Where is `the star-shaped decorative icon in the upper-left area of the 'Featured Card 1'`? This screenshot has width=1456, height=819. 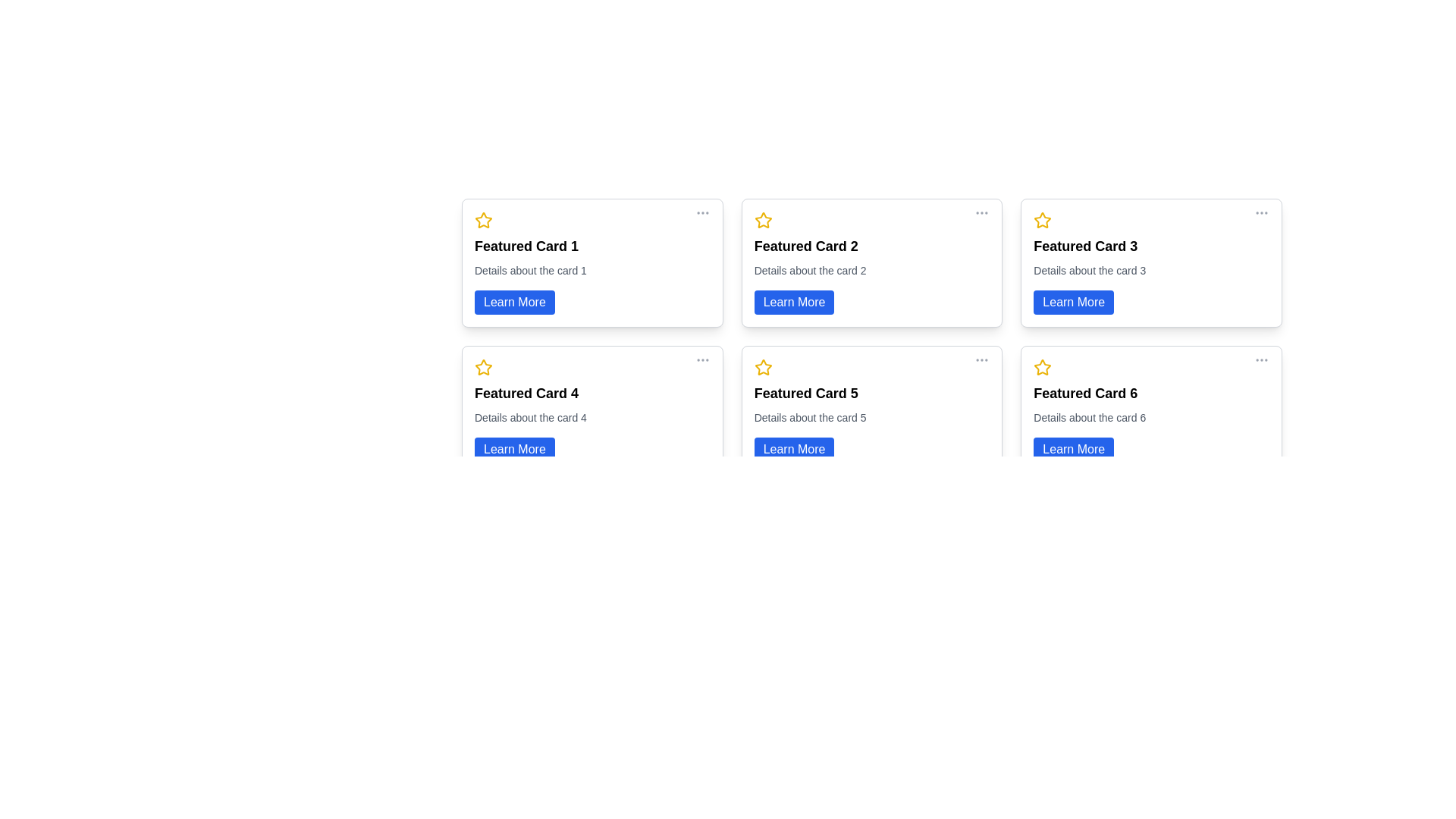 the star-shaped decorative icon in the upper-left area of the 'Featured Card 1' is located at coordinates (483, 220).